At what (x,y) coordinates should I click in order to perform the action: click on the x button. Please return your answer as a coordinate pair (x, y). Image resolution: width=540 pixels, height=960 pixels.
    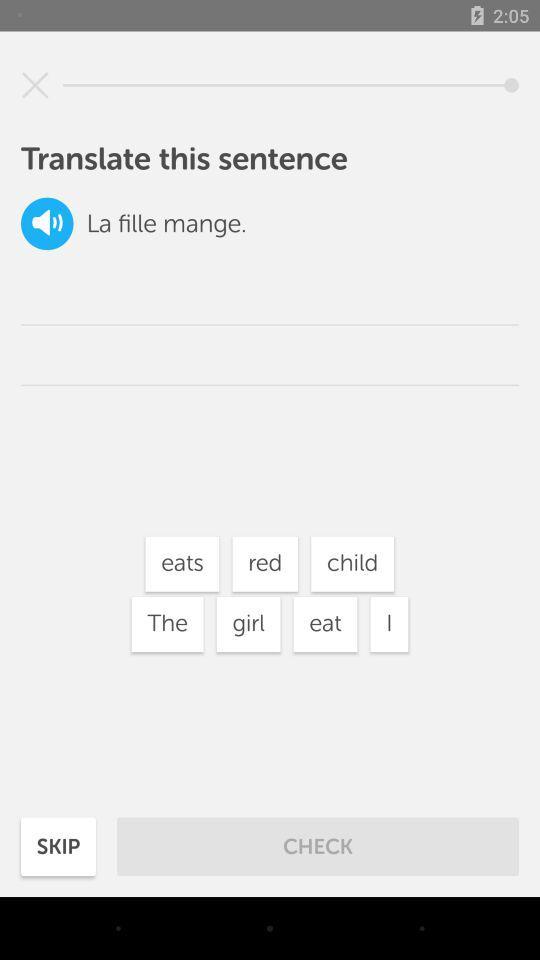
    Looking at the image, I should click on (35, 85).